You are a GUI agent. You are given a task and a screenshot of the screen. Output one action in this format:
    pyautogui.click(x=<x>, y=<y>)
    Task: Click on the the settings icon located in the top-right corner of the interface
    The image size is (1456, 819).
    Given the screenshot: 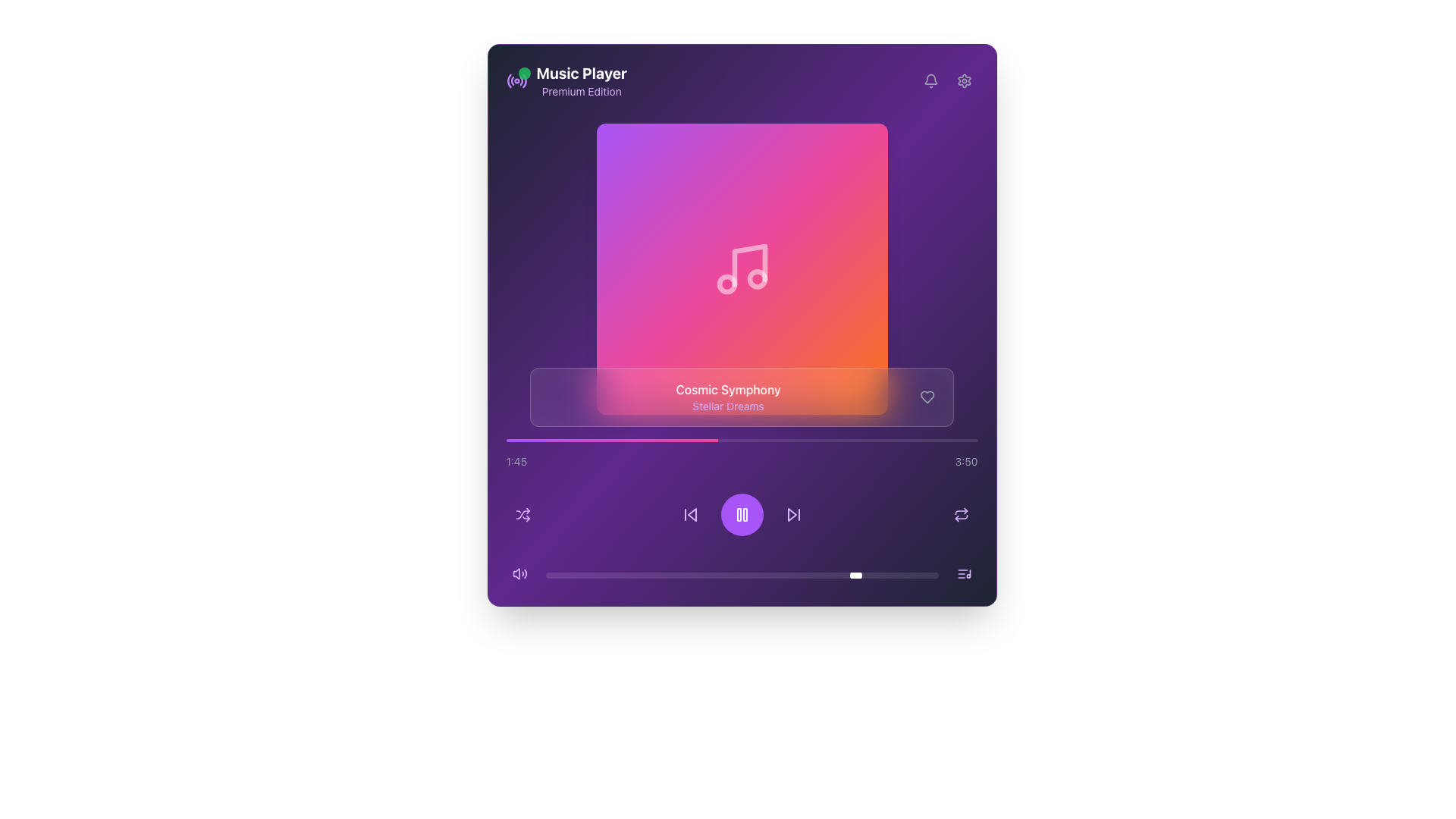 What is the action you would take?
    pyautogui.click(x=963, y=81)
    